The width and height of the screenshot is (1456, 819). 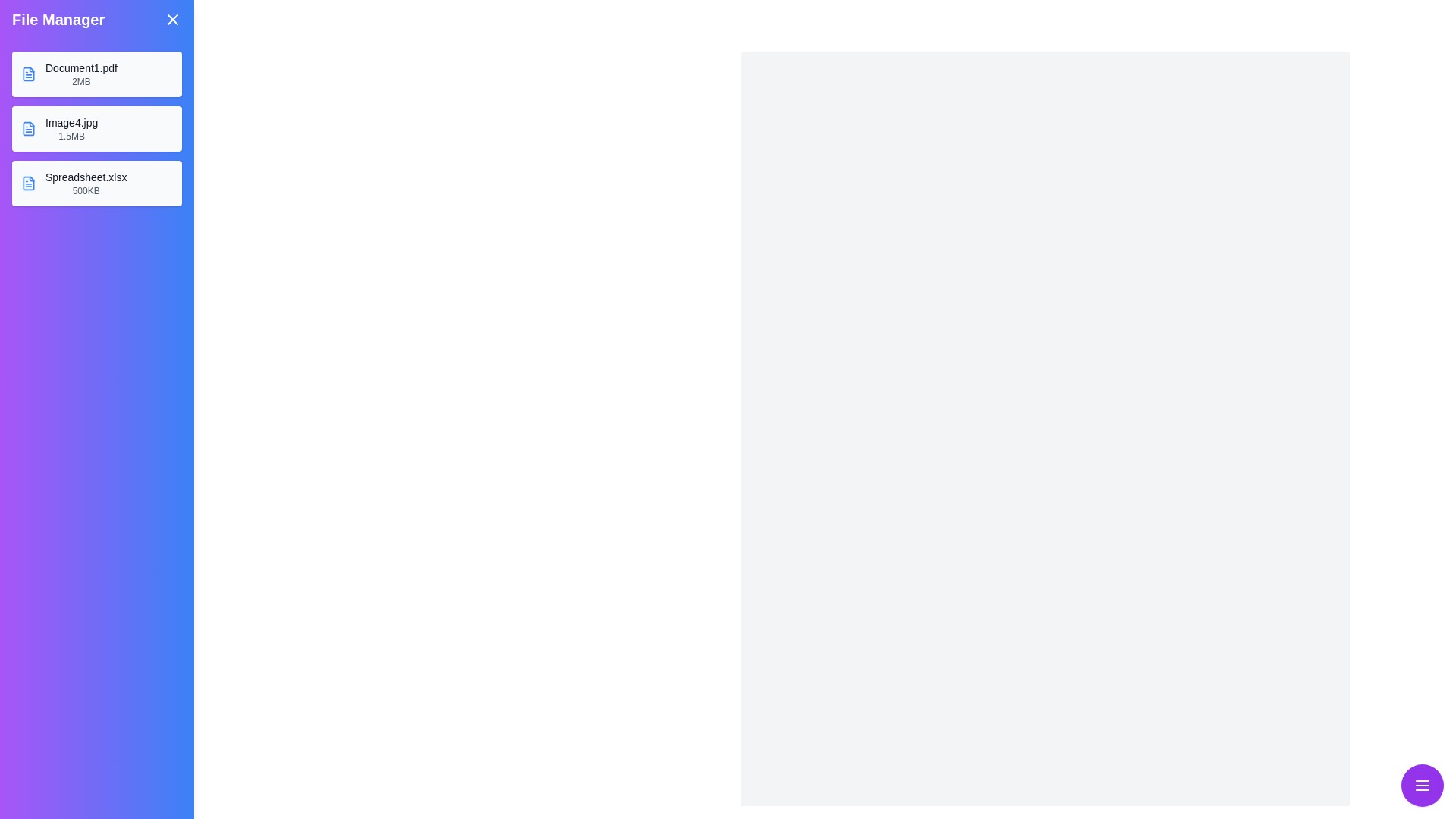 I want to click on the text block representing the file entry, which is the second item in the file manager's sidebar, so click(x=71, y=127).